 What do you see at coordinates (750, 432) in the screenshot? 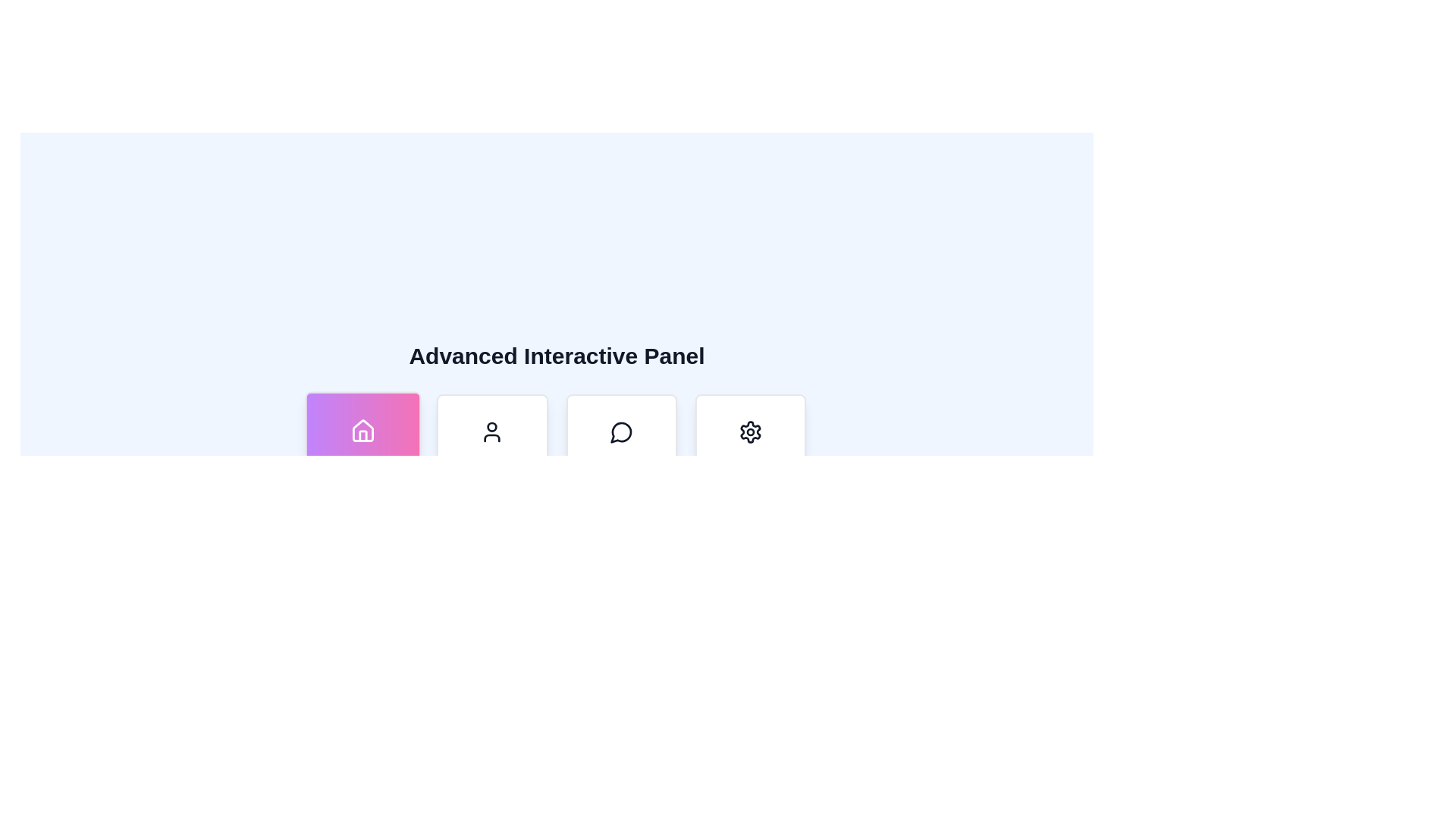
I see `the cogwheel icon embedded in the button located at the far right of the horizontal navigation bar` at bounding box center [750, 432].